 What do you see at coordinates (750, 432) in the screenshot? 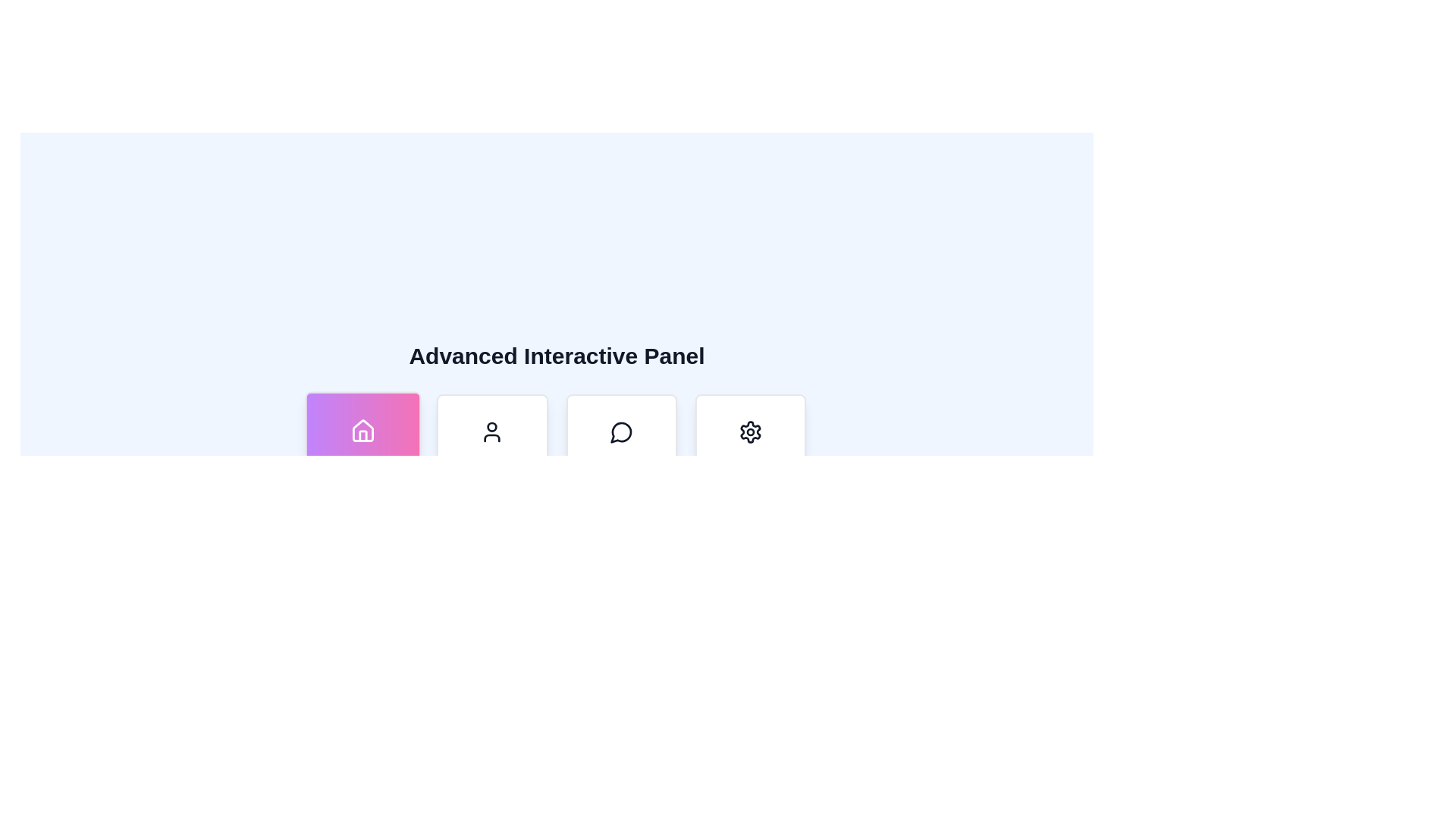
I see `the cogwheel icon embedded in the button located at the far right of the horizontal navigation bar` at bounding box center [750, 432].